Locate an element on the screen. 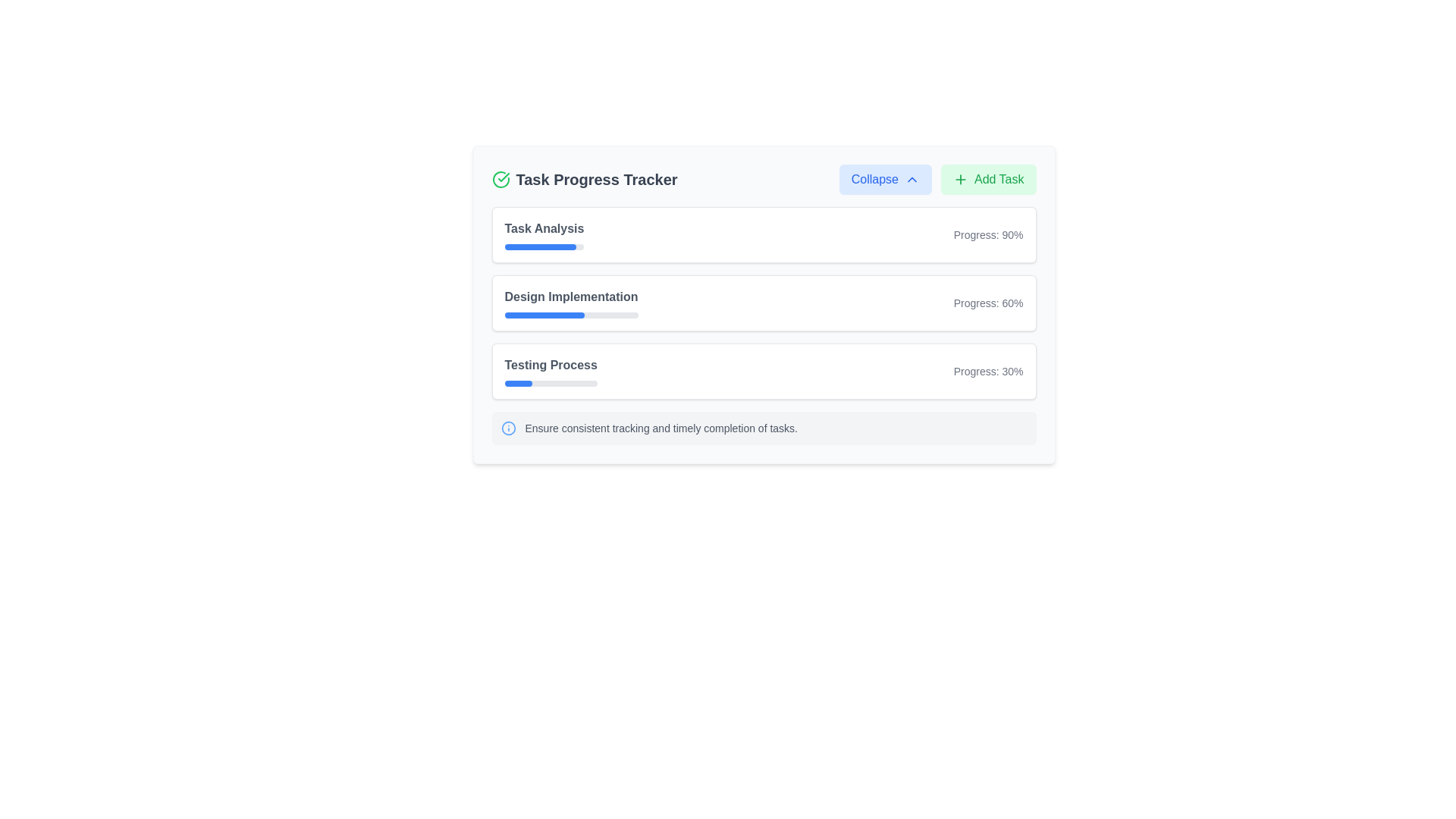 This screenshot has height=819, width=1456. the button located is located at coordinates (885, 178).